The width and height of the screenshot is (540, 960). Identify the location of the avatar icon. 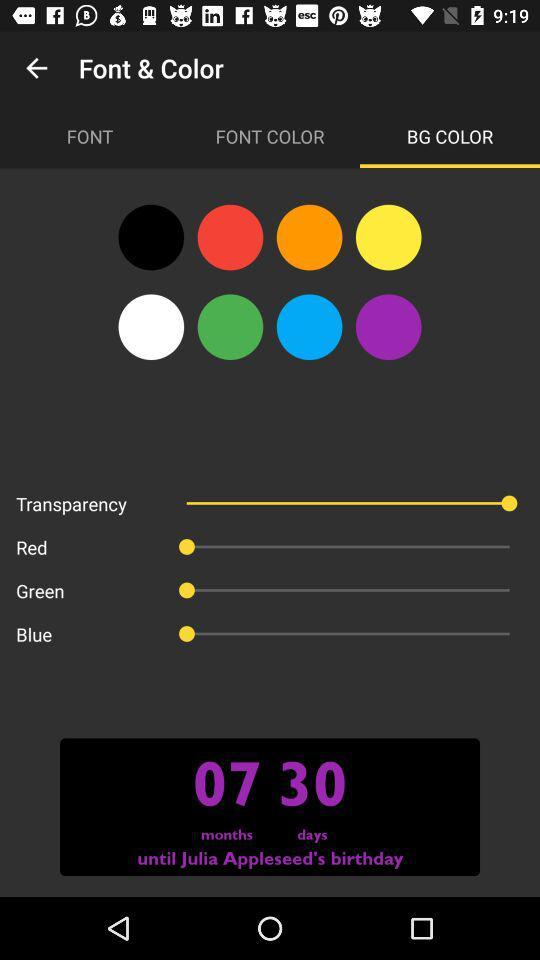
(388, 327).